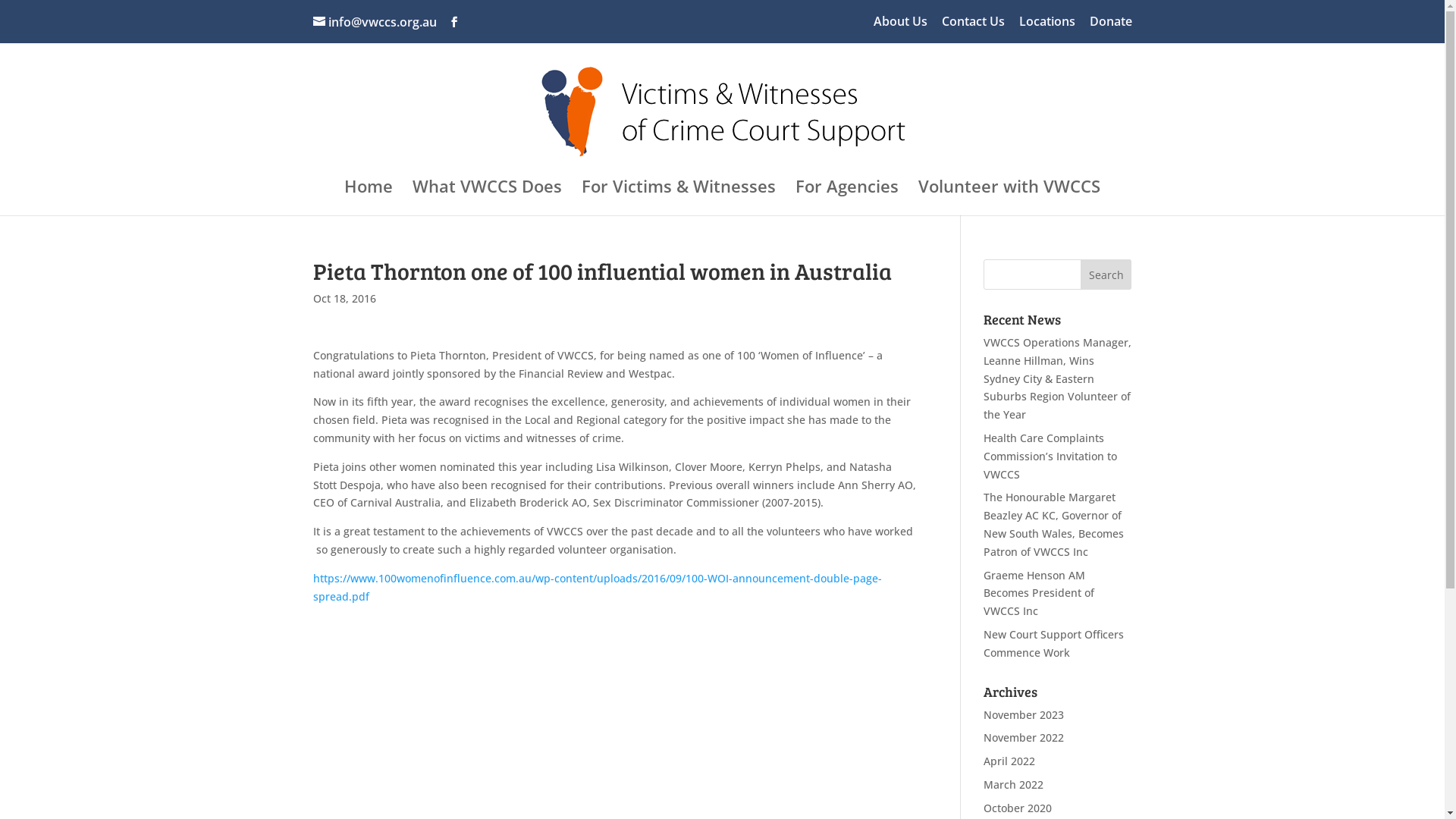  What do you see at coordinates (677, 197) in the screenshot?
I see `'For Victims & Witnesses'` at bounding box center [677, 197].